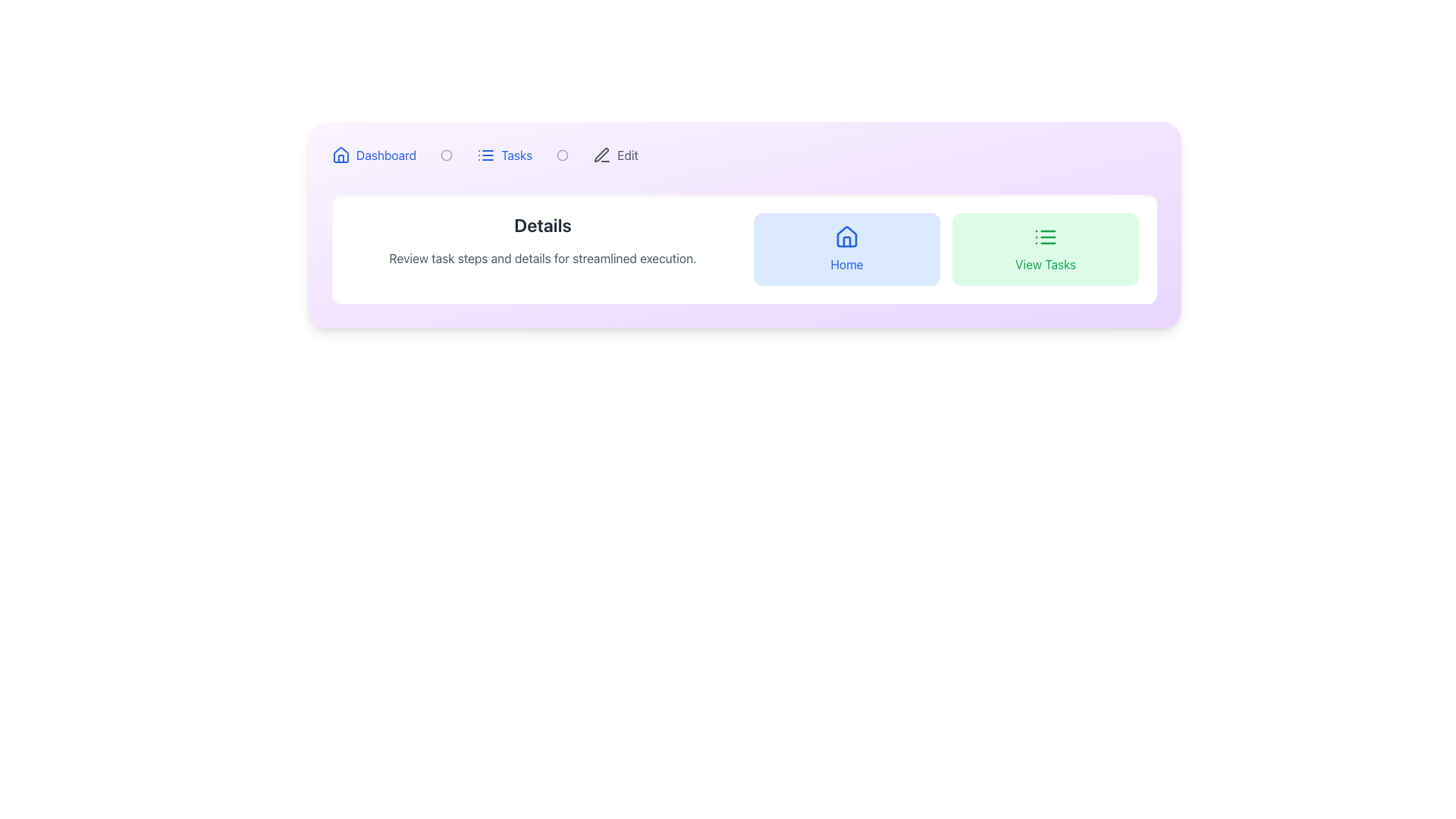 The height and width of the screenshot is (819, 1456). What do you see at coordinates (846, 237) in the screenshot?
I see `the 'Home' icon located within the blue box, positioned to the left of the 'View Tasks' green rectangle` at bounding box center [846, 237].